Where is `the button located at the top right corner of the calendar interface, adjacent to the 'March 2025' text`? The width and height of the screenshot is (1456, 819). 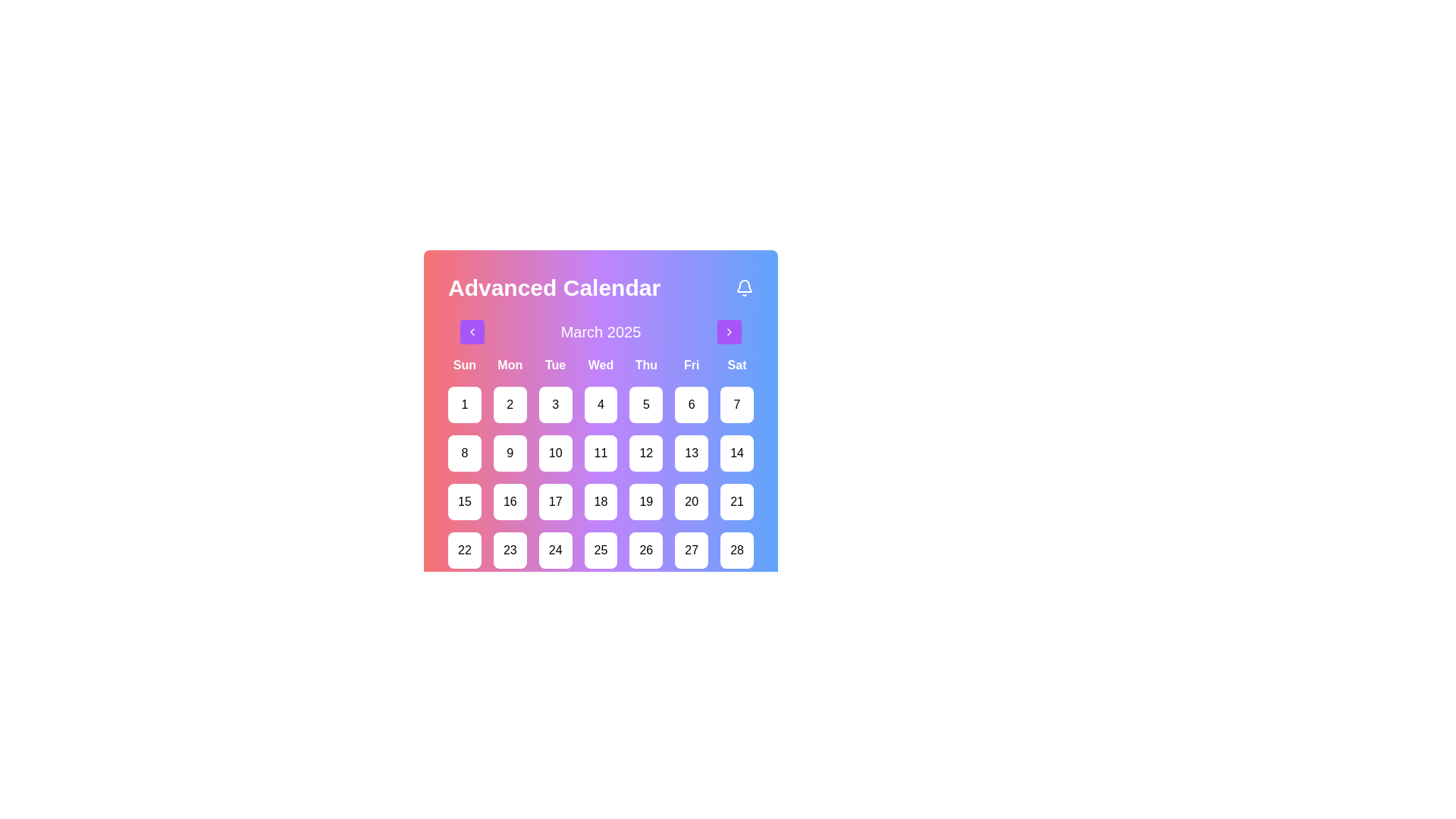 the button located at the top right corner of the calendar interface, adjacent to the 'March 2025' text is located at coordinates (729, 331).